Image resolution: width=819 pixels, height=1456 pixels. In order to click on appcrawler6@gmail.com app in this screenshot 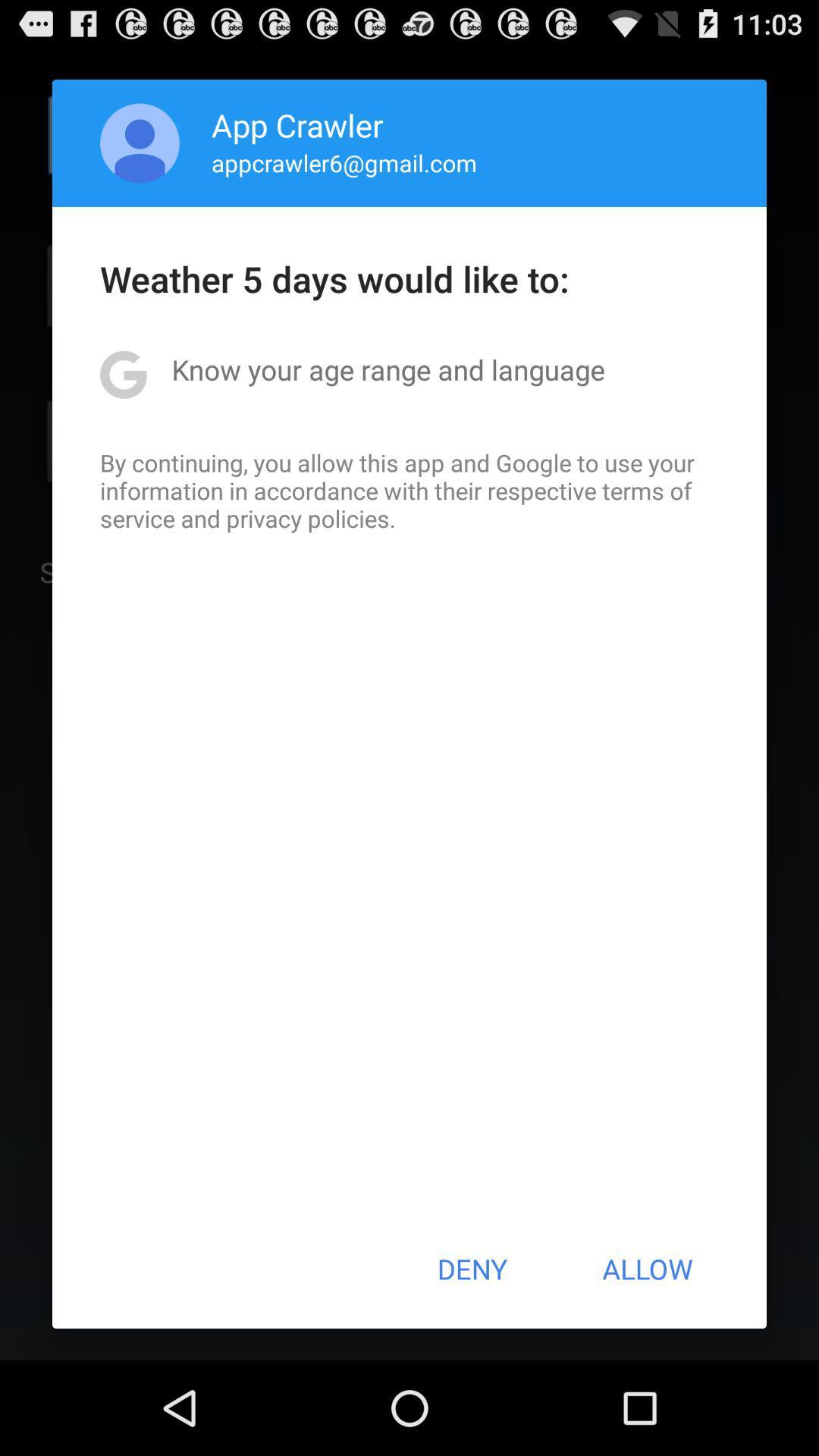, I will do `click(344, 162)`.